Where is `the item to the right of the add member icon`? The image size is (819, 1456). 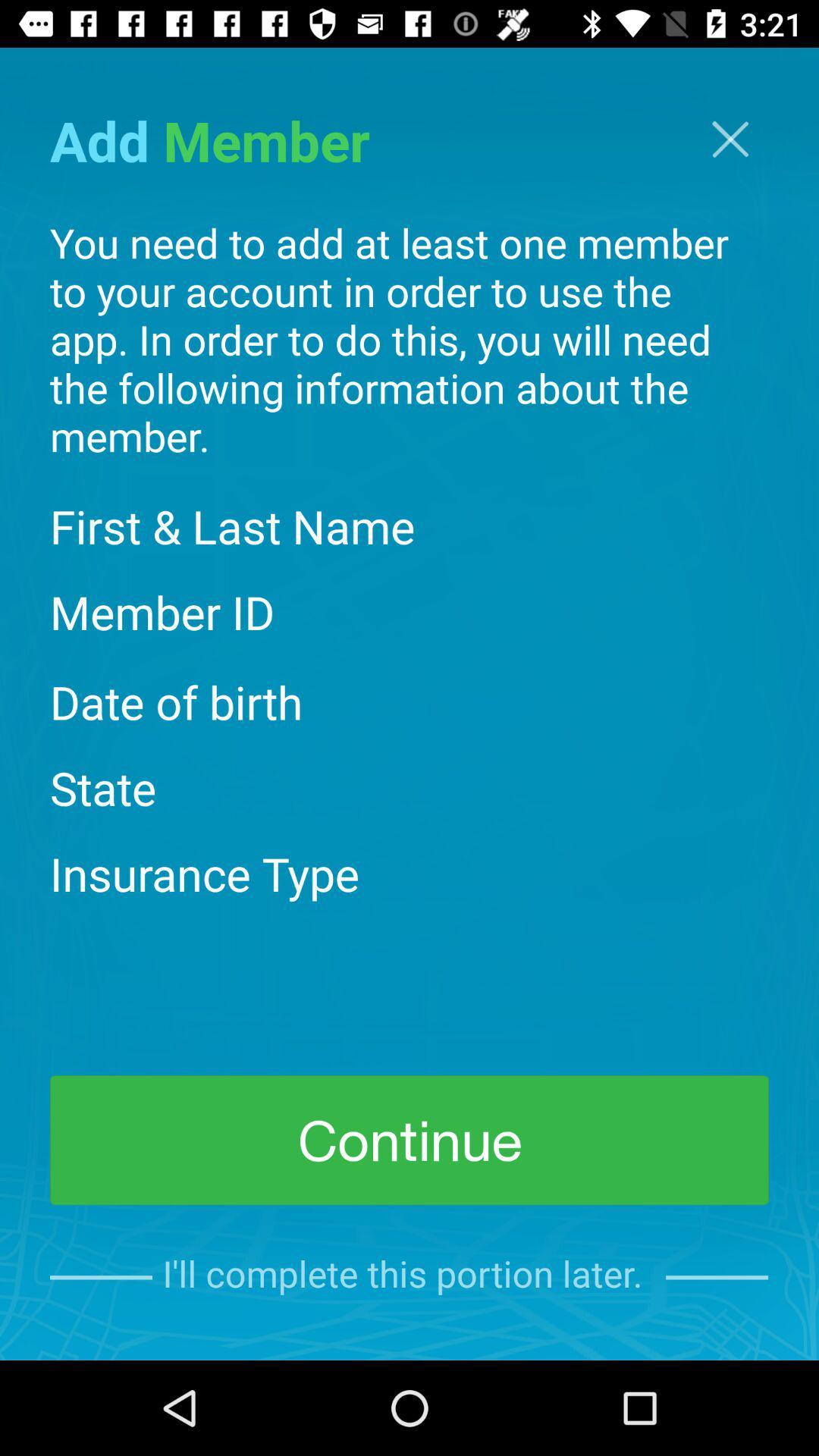
the item to the right of the add member icon is located at coordinates (730, 139).